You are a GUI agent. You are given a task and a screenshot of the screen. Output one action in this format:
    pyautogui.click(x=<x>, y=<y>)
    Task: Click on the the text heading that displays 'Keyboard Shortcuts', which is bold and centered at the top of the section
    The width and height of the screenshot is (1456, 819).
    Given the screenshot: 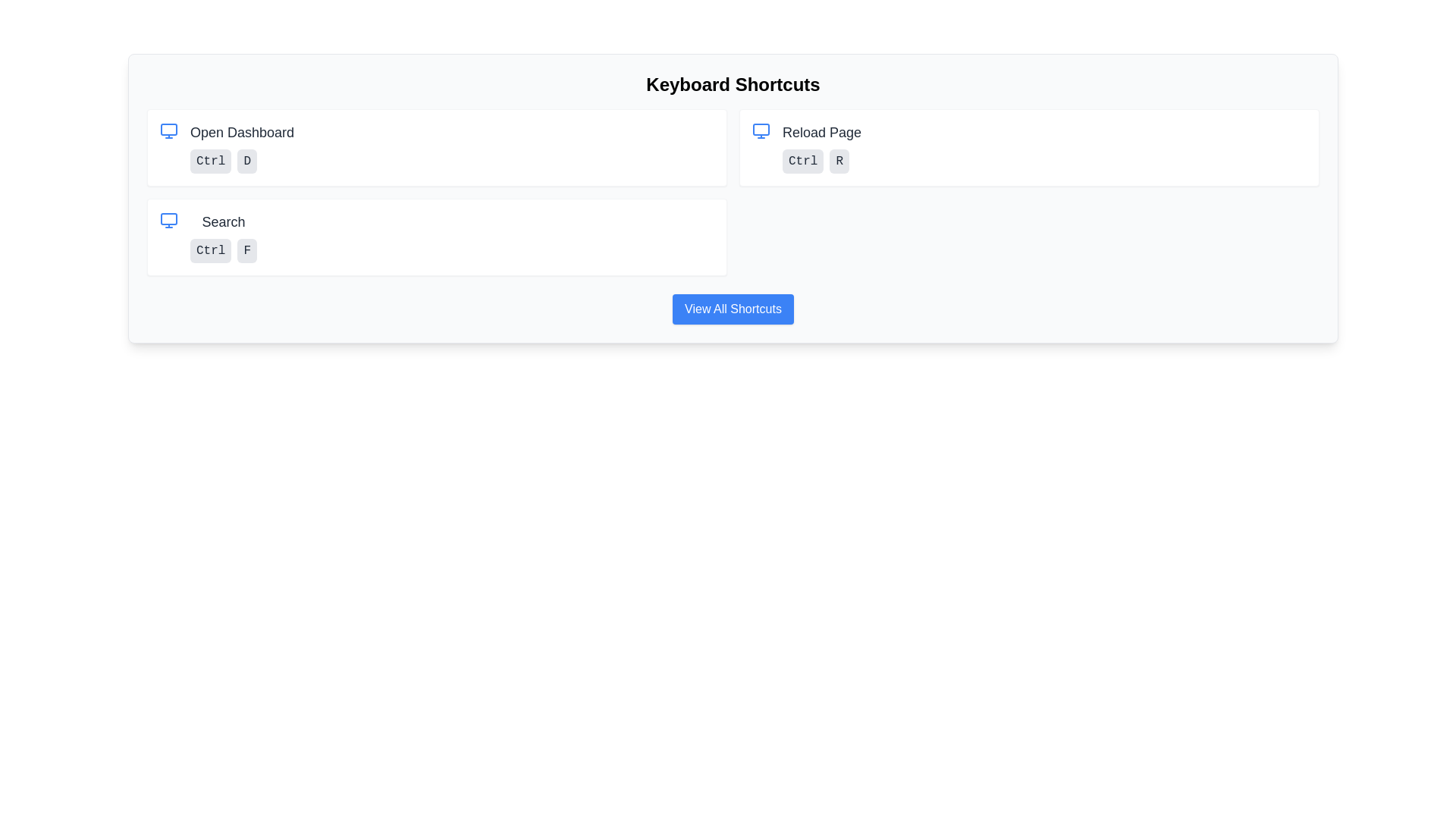 What is the action you would take?
    pyautogui.click(x=733, y=84)
    